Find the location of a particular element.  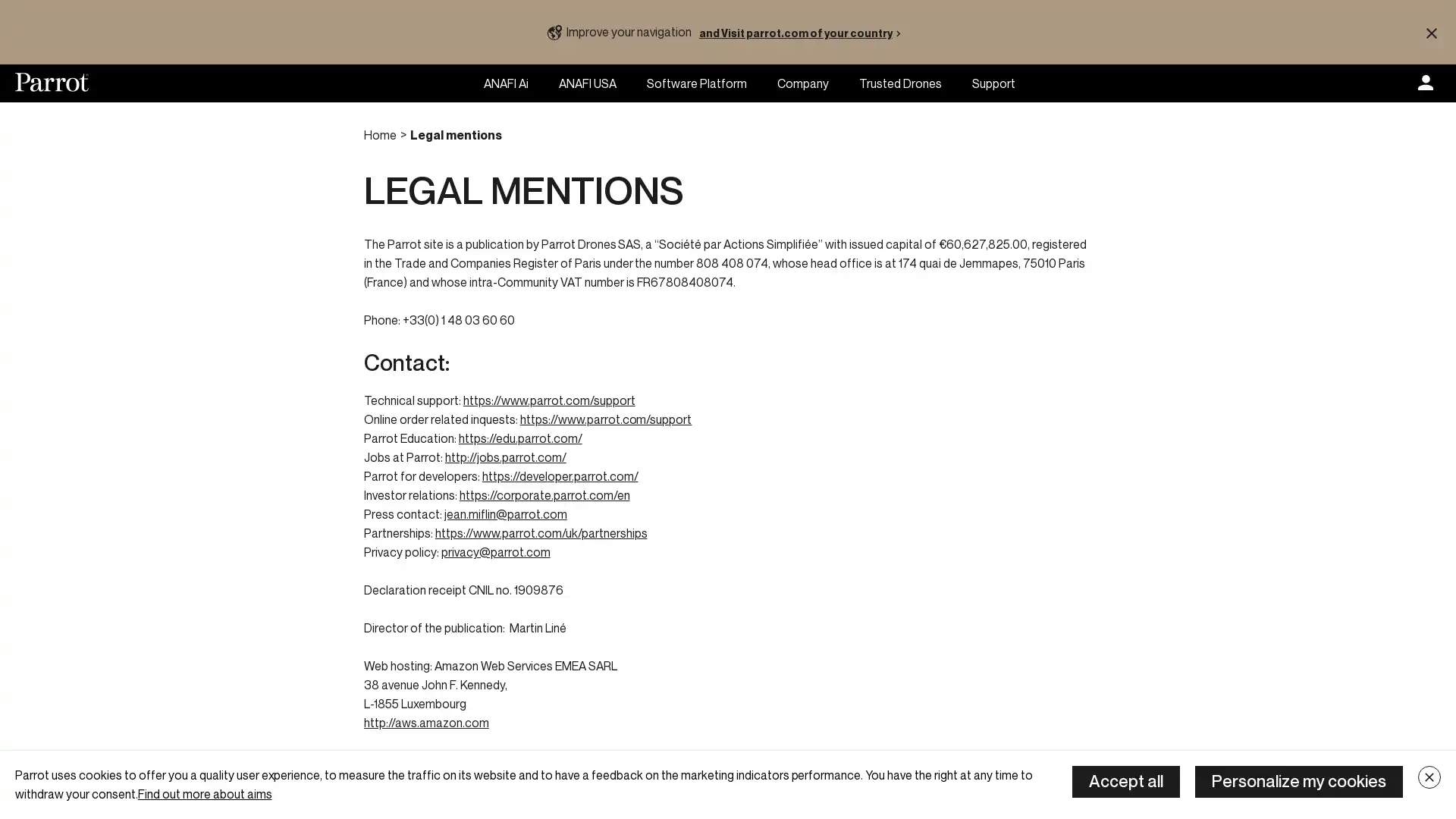

close is located at coordinates (1429, 777).